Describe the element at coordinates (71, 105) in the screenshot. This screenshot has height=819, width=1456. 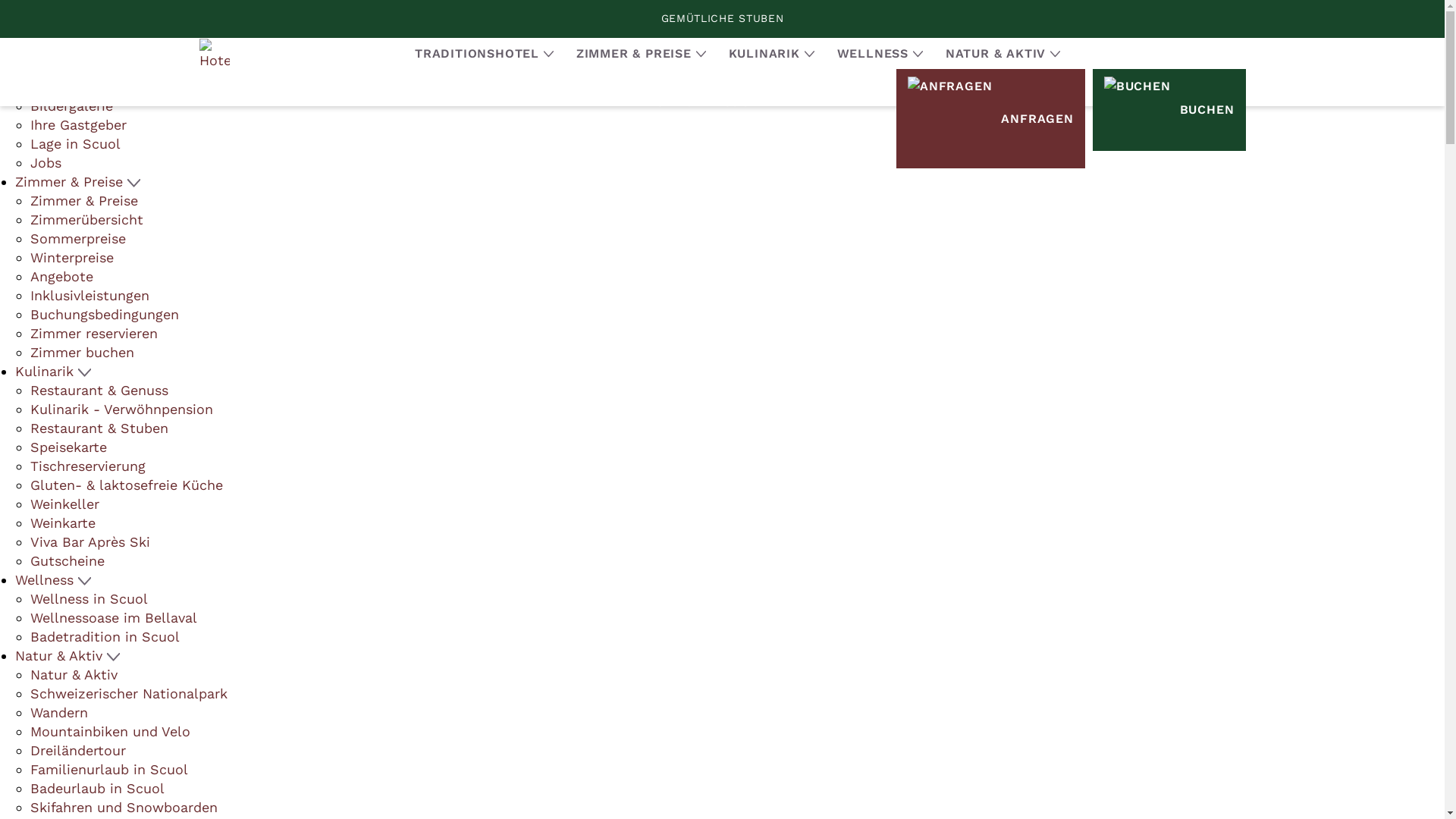
I see `'Bildergalerie'` at that location.